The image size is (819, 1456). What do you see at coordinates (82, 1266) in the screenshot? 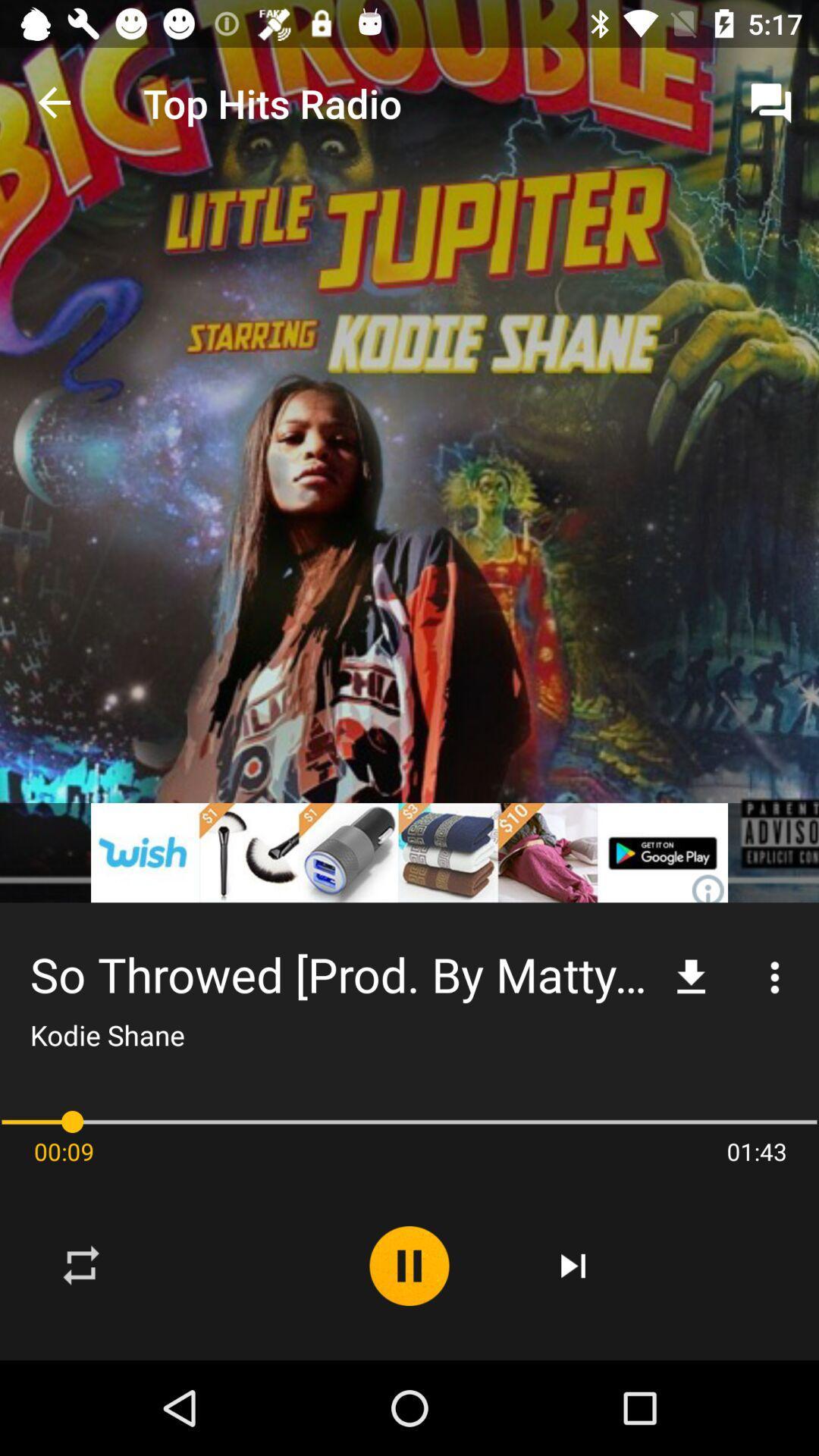
I see `the repeat icon` at bounding box center [82, 1266].